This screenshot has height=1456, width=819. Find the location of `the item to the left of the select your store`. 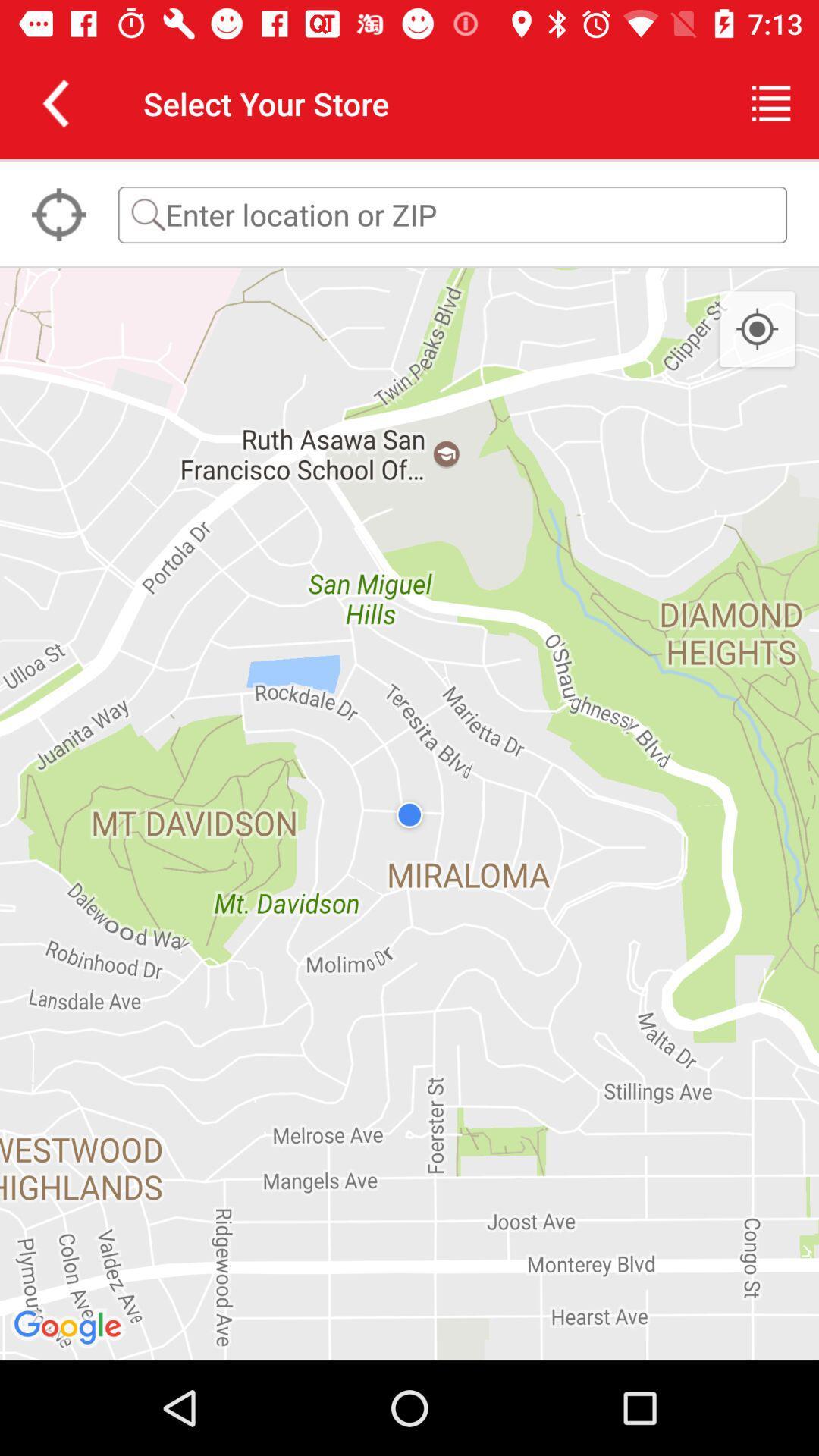

the item to the left of the select your store is located at coordinates (55, 102).